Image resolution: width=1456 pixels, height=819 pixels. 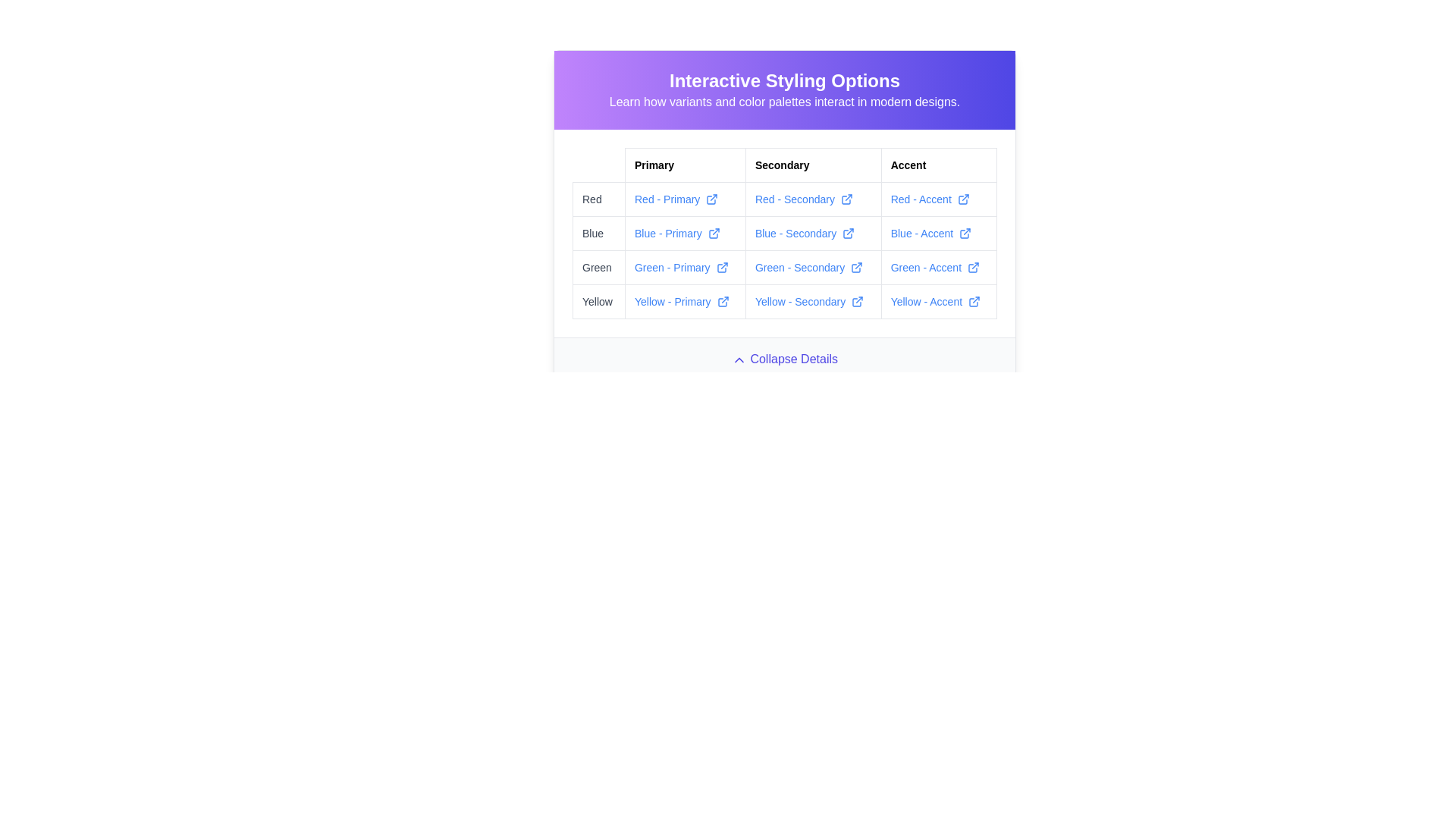 I want to click on the 'Red - Accent' hyperlink styled in blue font located under the 'Accent' column in the first row of the table, so click(x=938, y=198).